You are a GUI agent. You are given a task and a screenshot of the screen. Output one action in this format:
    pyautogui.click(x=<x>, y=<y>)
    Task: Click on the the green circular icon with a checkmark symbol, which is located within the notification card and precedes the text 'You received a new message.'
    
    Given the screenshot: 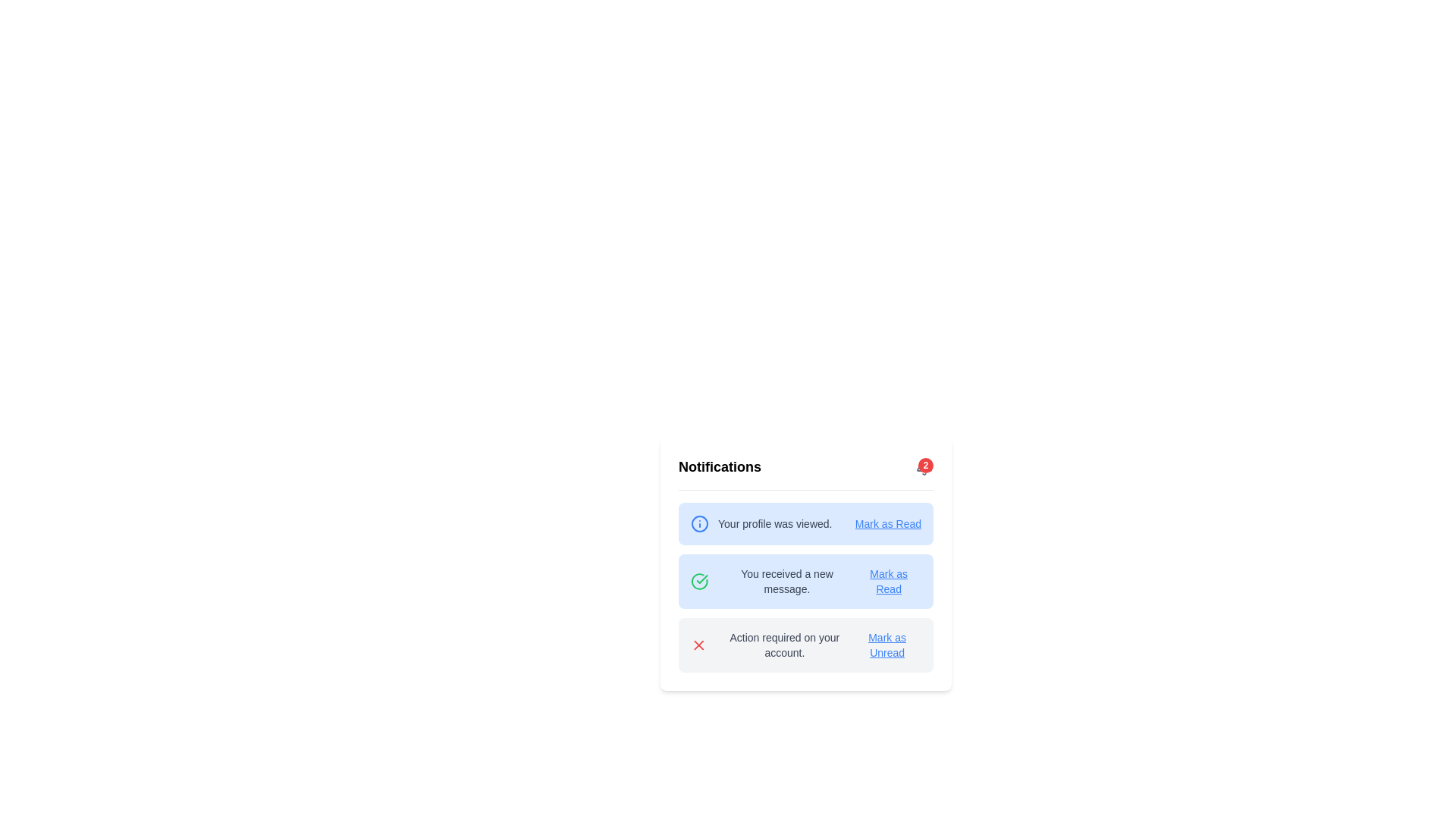 What is the action you would take?
    pyautogui.click(x=698, y=581)
    